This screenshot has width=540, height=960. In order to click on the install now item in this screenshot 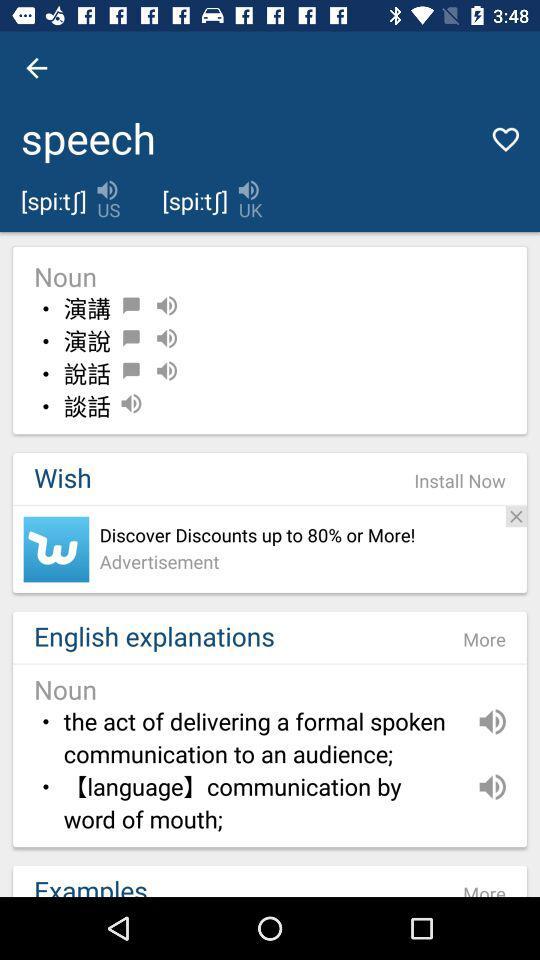, I will do `click(460, 480)`.